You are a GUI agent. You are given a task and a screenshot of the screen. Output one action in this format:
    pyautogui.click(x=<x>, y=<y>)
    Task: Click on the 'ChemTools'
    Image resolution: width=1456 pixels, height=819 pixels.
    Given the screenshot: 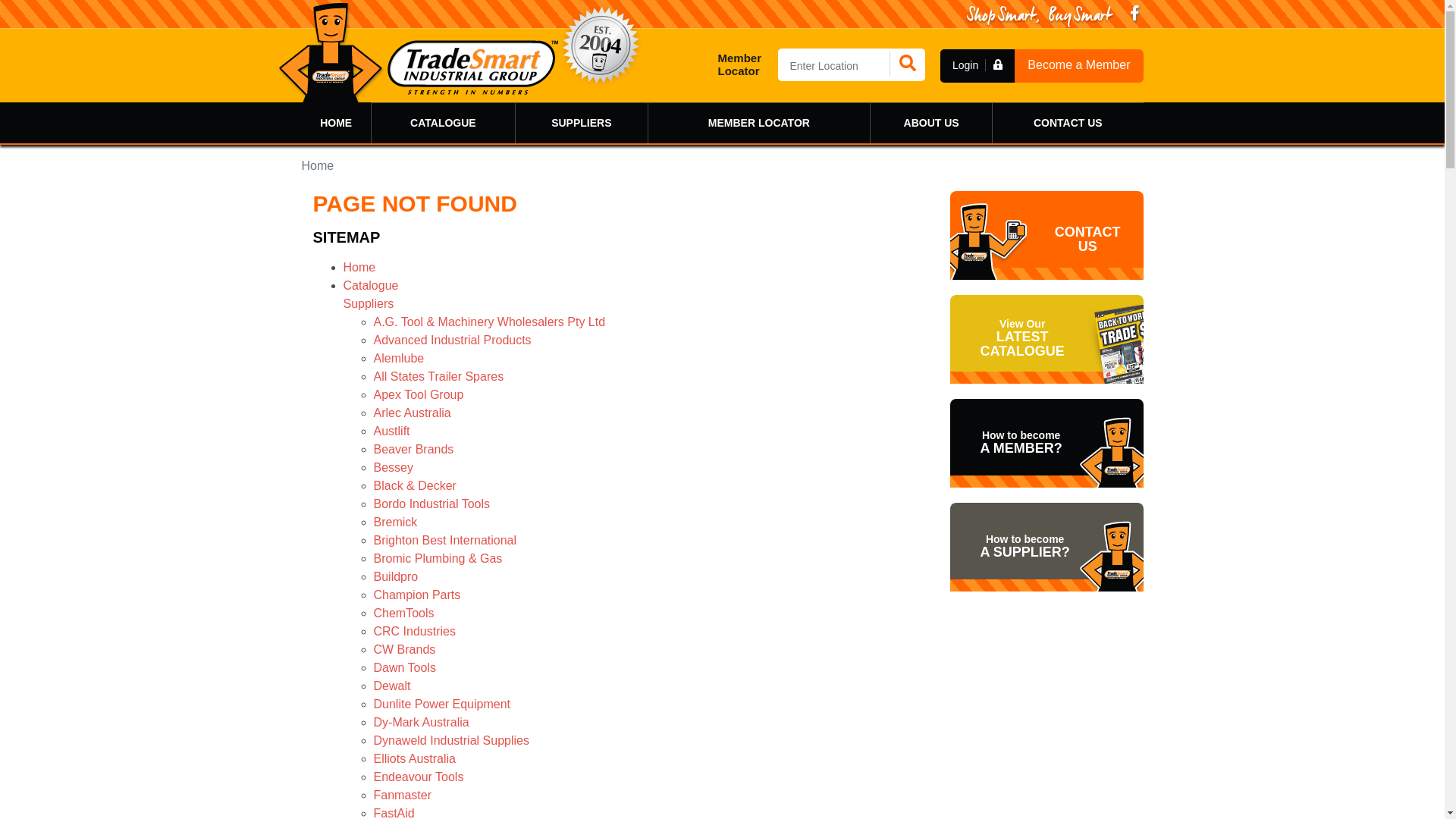 What is the action you would take?
    pyautogui.click(x=403, y=612)
    